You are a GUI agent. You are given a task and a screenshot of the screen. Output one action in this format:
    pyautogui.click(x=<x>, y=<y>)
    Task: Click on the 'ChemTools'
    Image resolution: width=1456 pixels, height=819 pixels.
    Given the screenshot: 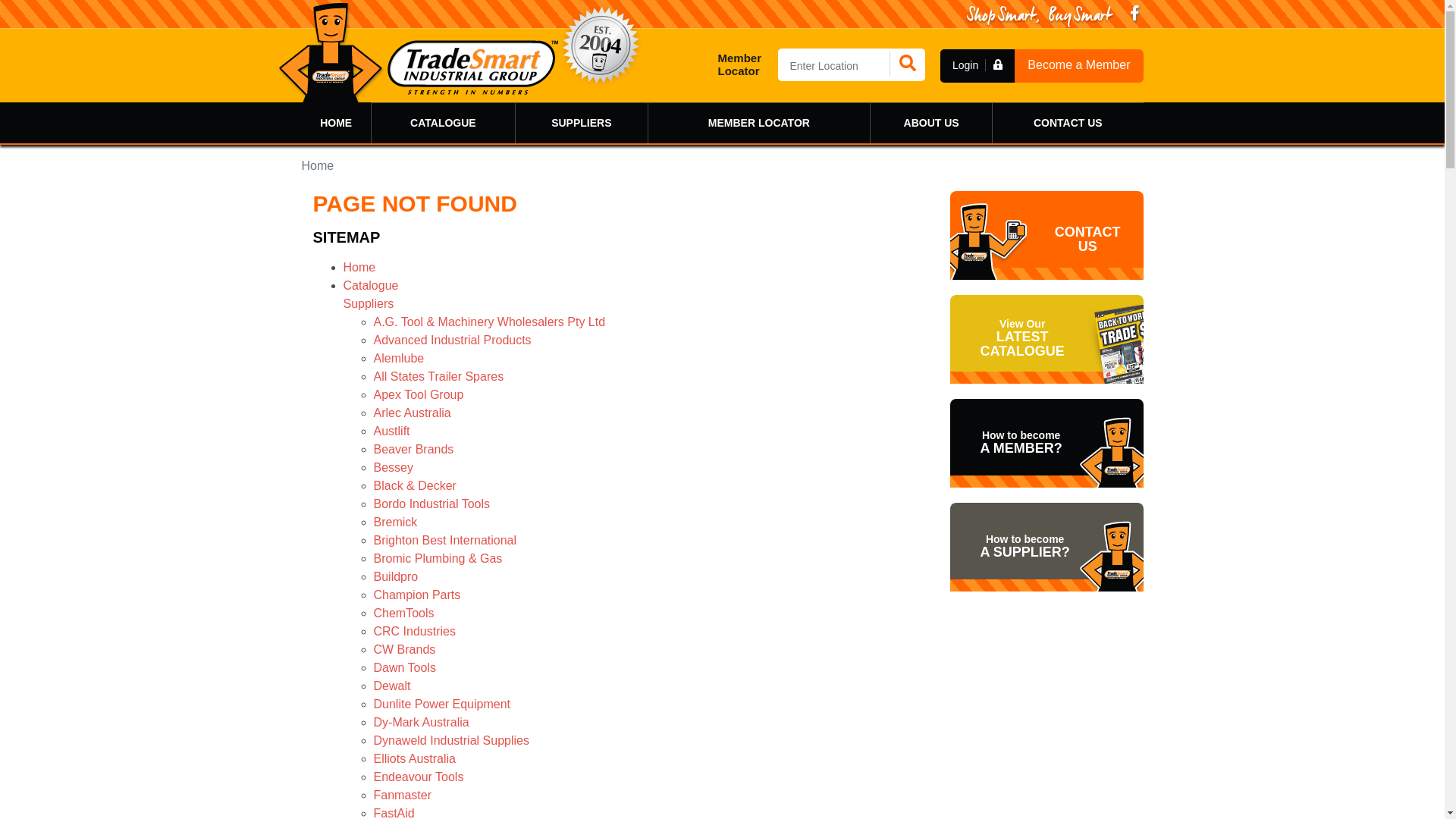 What is the action you would take?
    pyautogui.click(x=403, y=612)
    